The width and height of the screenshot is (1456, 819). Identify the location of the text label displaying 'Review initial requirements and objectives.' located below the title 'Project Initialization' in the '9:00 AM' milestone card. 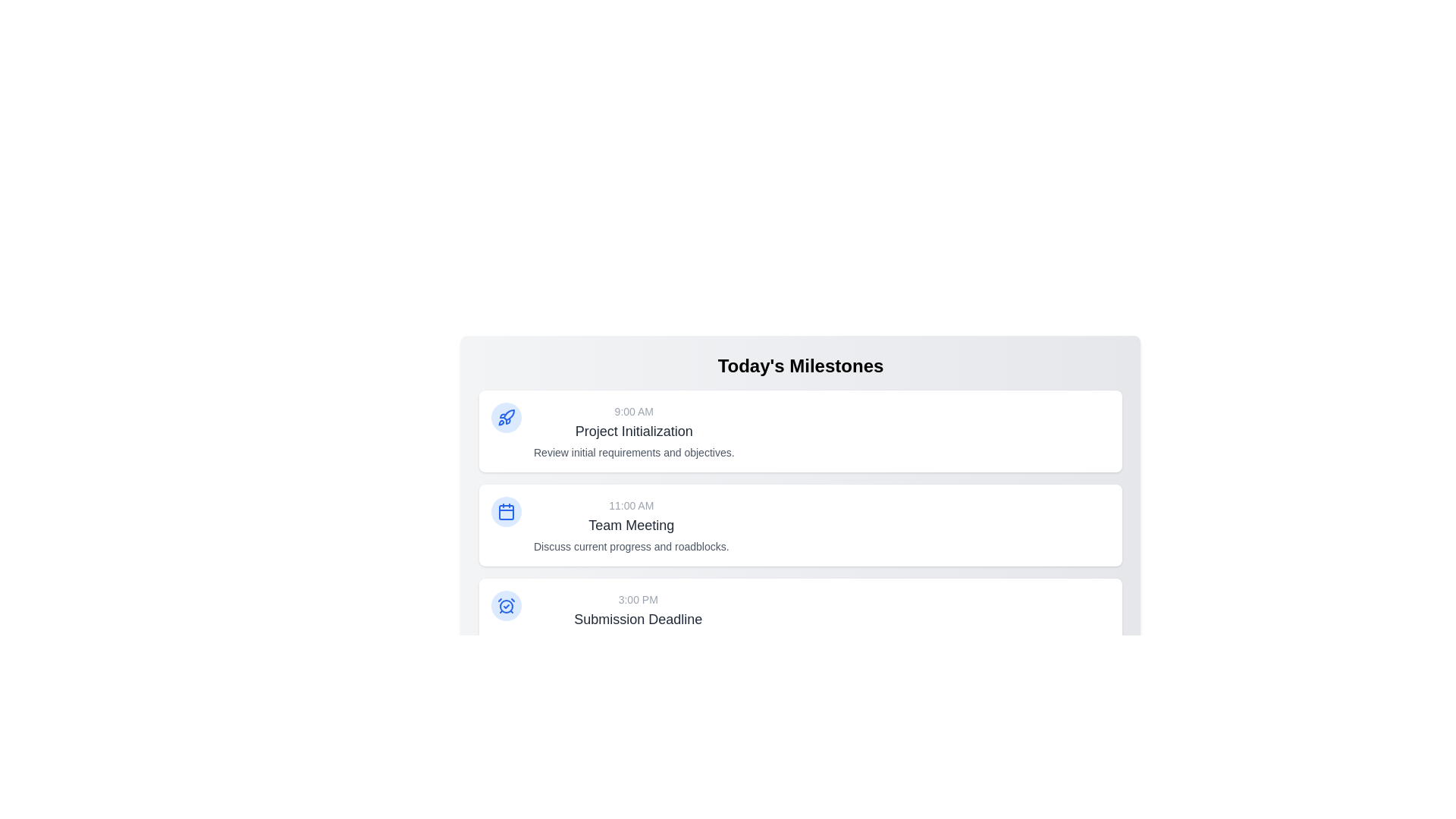
(634, 452).